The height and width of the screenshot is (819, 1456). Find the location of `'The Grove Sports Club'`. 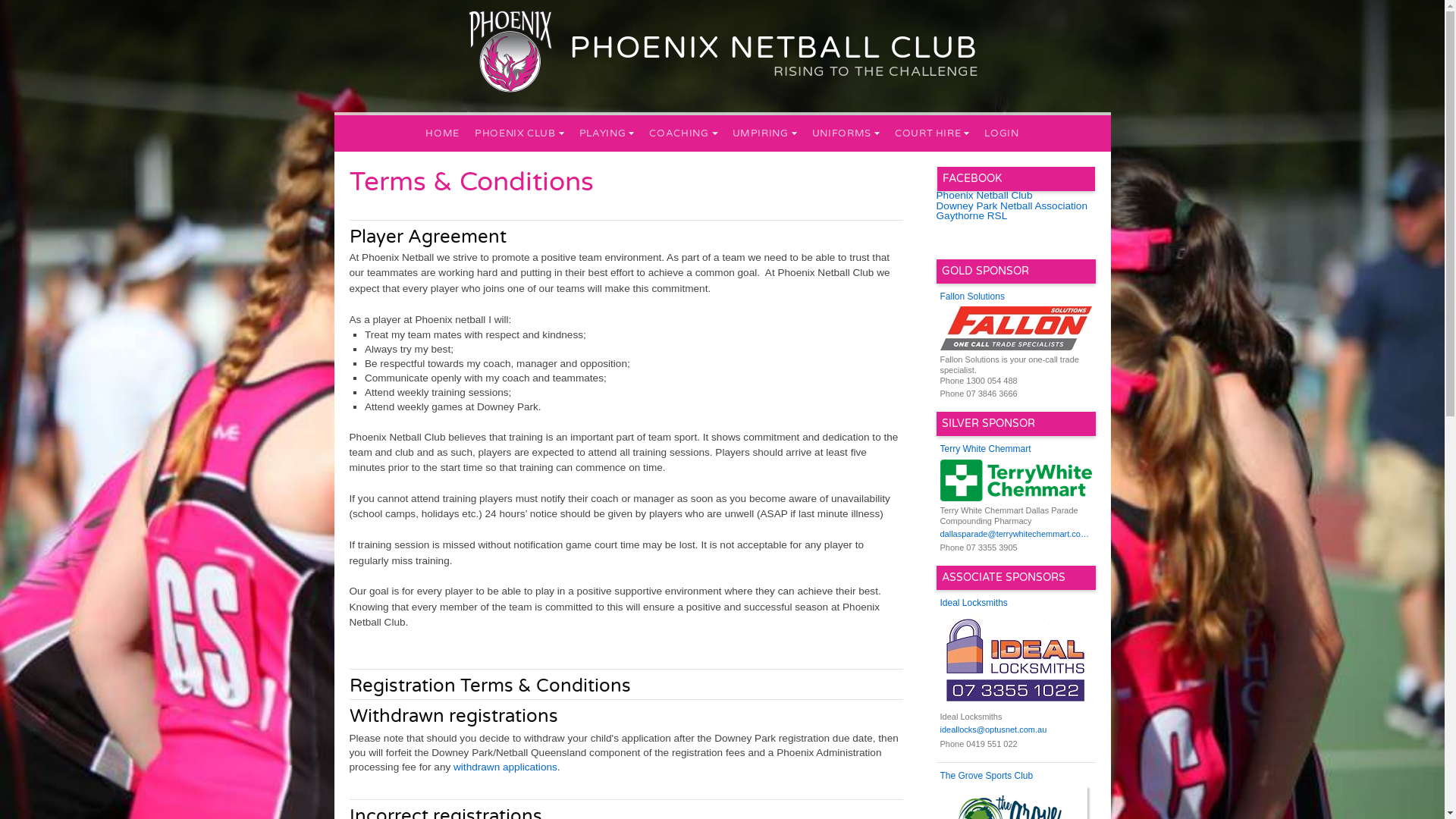

'The Grove Sports Club' is located at coordinates (939, 776).